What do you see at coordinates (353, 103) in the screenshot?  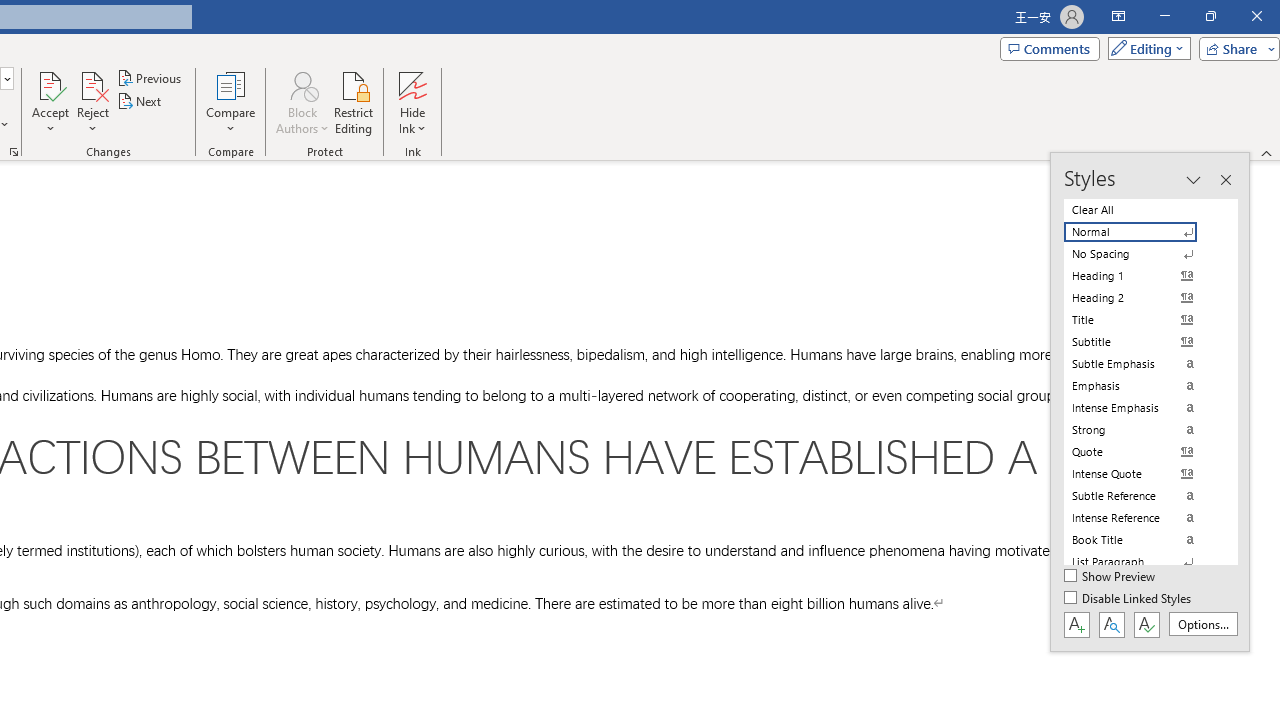 I see `'Restrict Editing'` at bounding box center [353, 103].